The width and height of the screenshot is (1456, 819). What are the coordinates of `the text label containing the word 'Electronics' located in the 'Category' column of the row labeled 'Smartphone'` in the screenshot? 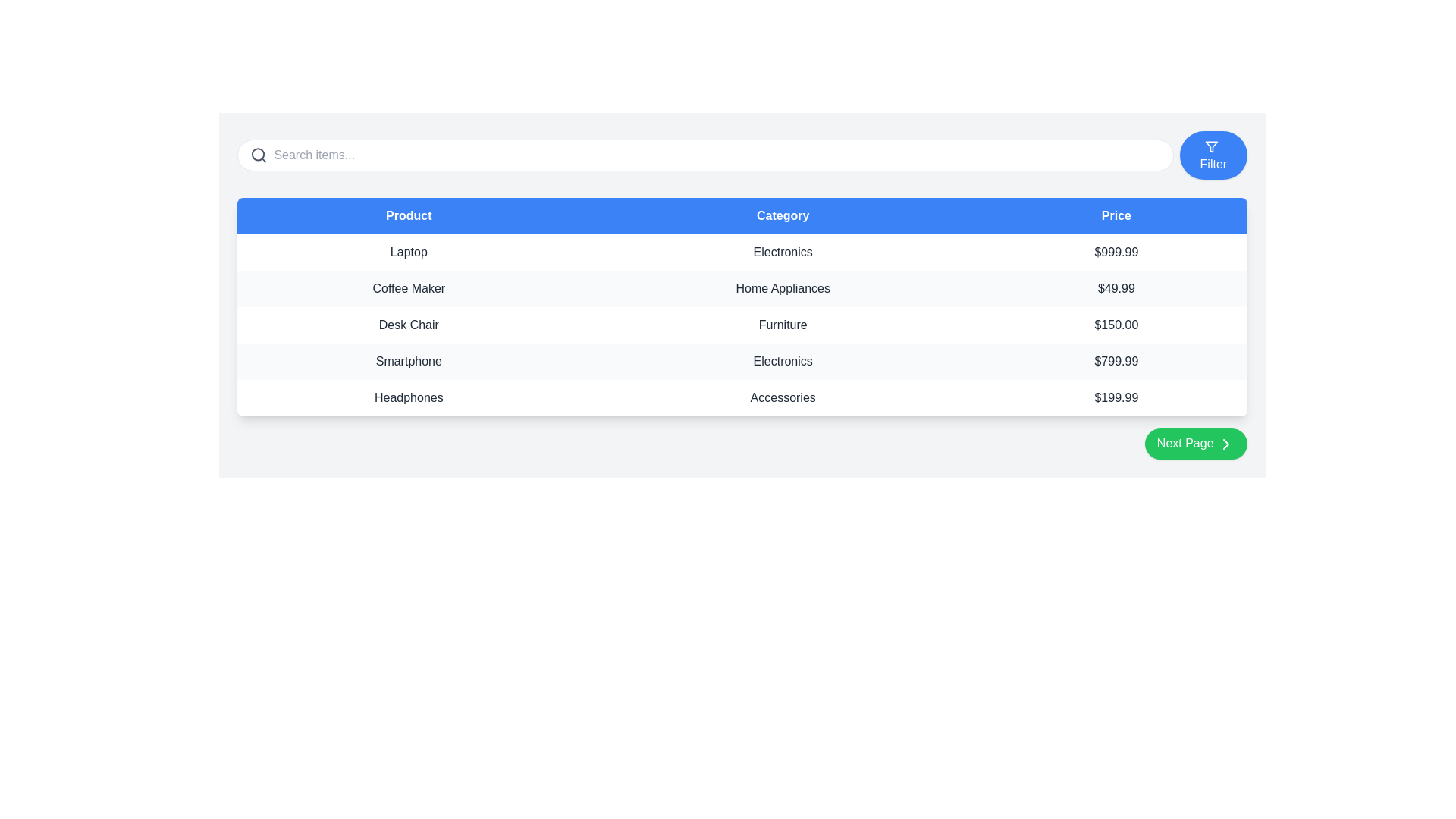 It's located at (783, 362).